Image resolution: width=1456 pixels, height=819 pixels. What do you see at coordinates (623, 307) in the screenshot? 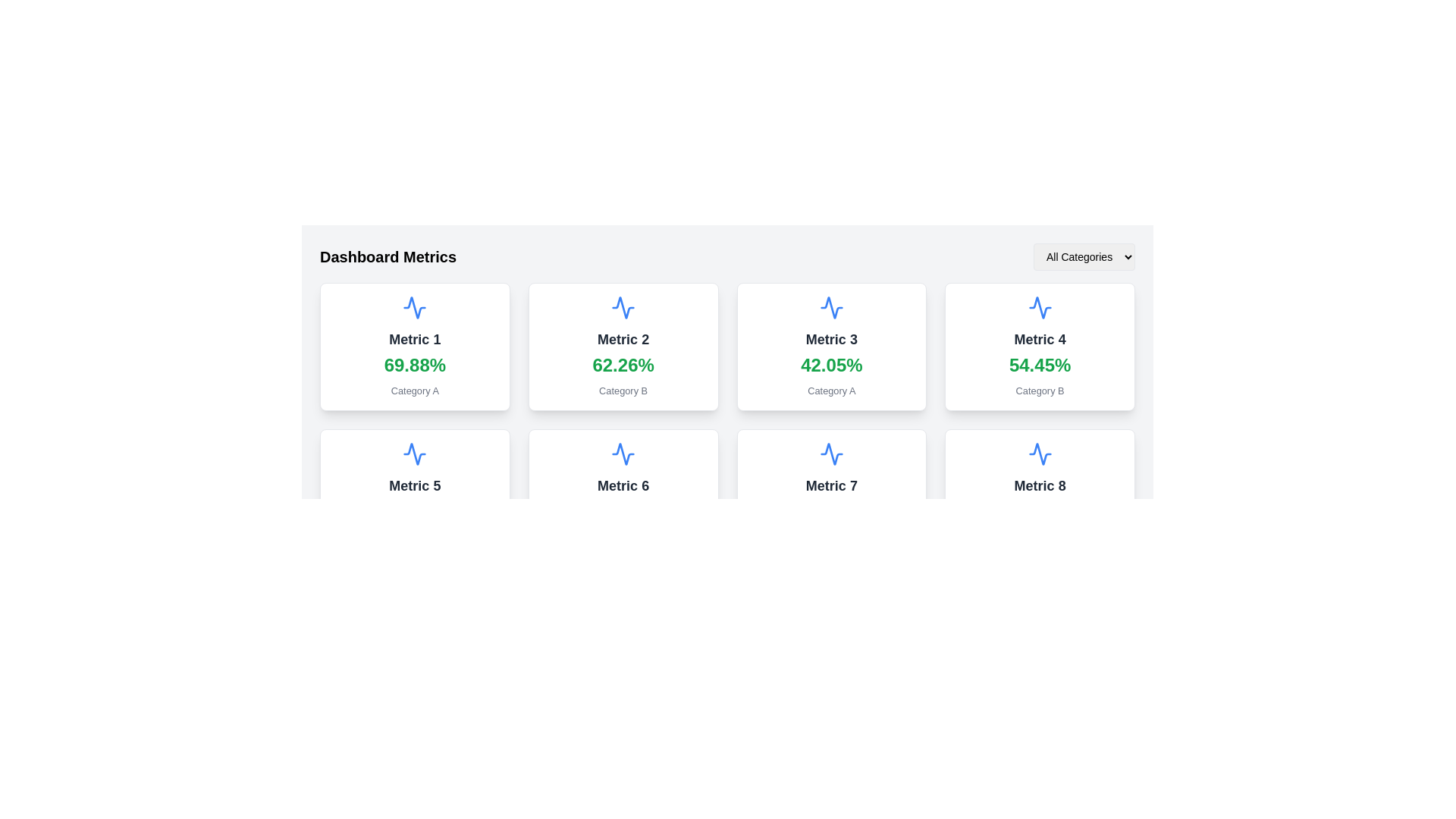
I see `the blue waveform icon resembling a heartbeat signal, located within the card labeled 'Metric 2', positioned in the second column of the first row of a grid layout` at bounding box center [623, 307].